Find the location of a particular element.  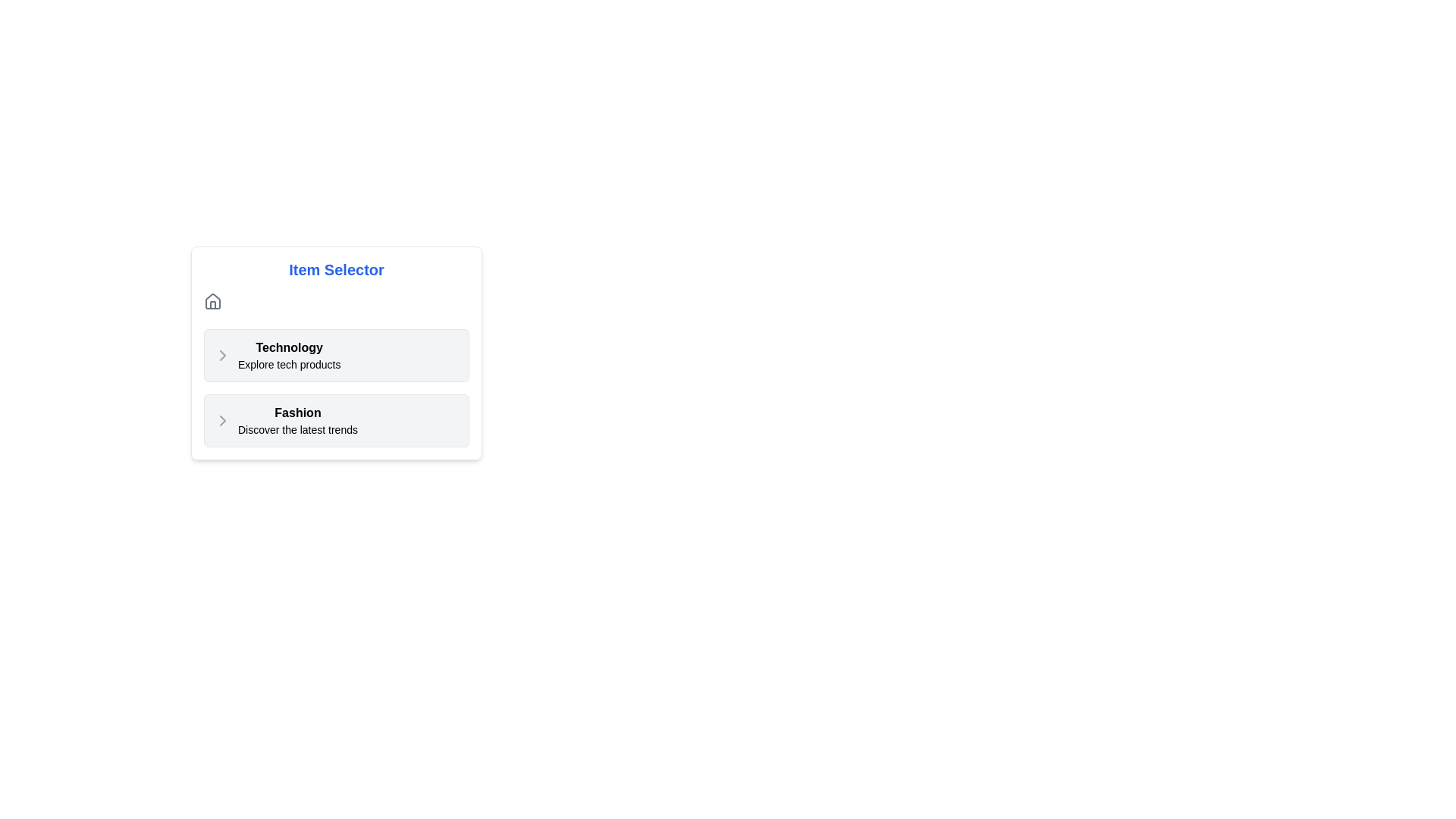

text label displaying 'Discover the latest trends' located beneath the 'Fashion' header in the bottom-right part of the 'Fashion' section is located at coordinates (298, 430).